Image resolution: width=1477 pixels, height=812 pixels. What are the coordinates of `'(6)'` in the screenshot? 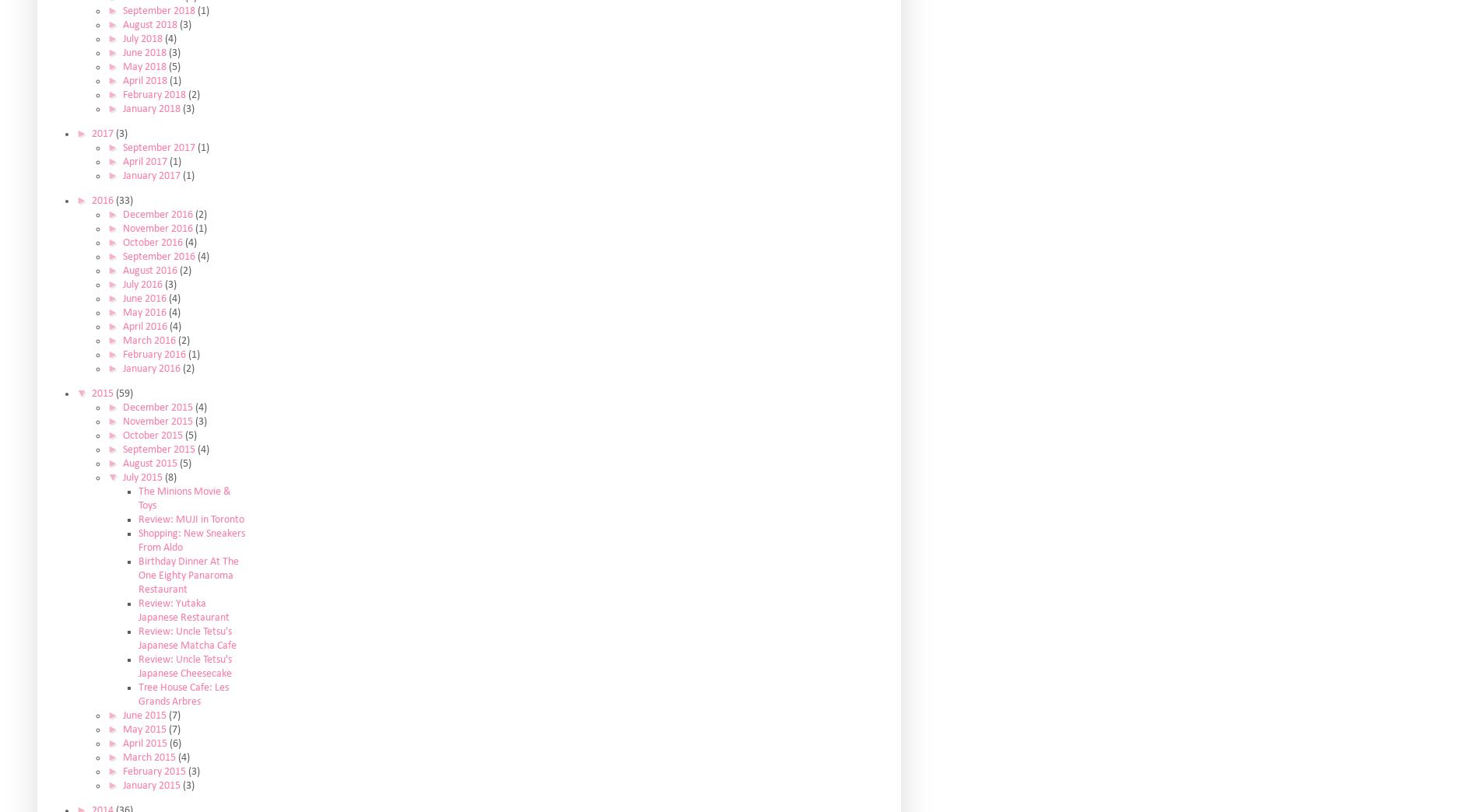 It's located at (174, 742).